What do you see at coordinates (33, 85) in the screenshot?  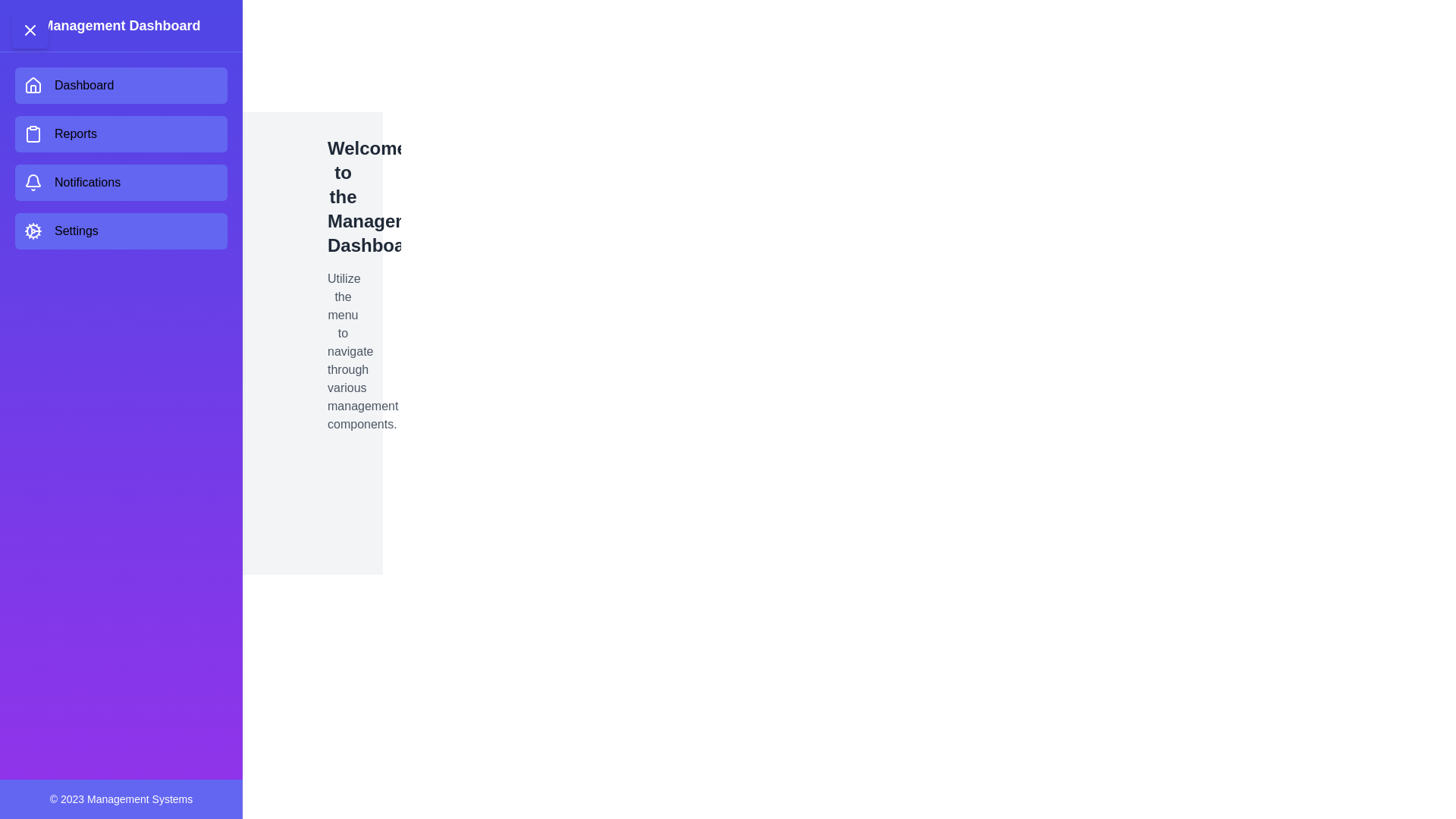 I see `the house-shaped icon in the Dashboard menu, which features a white stroke on a matching background, located at the top of the vertical menu panel` at bounding box center [33, 85].